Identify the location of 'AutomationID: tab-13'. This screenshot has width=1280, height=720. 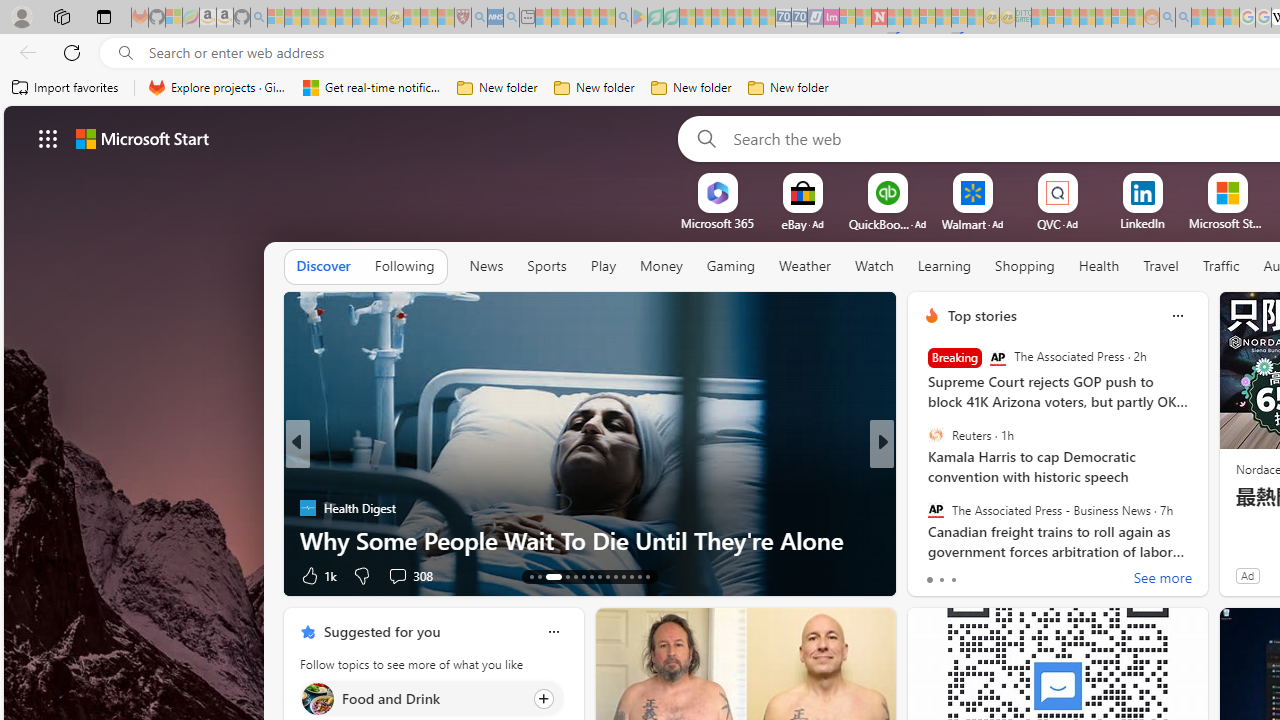
(531, 577).